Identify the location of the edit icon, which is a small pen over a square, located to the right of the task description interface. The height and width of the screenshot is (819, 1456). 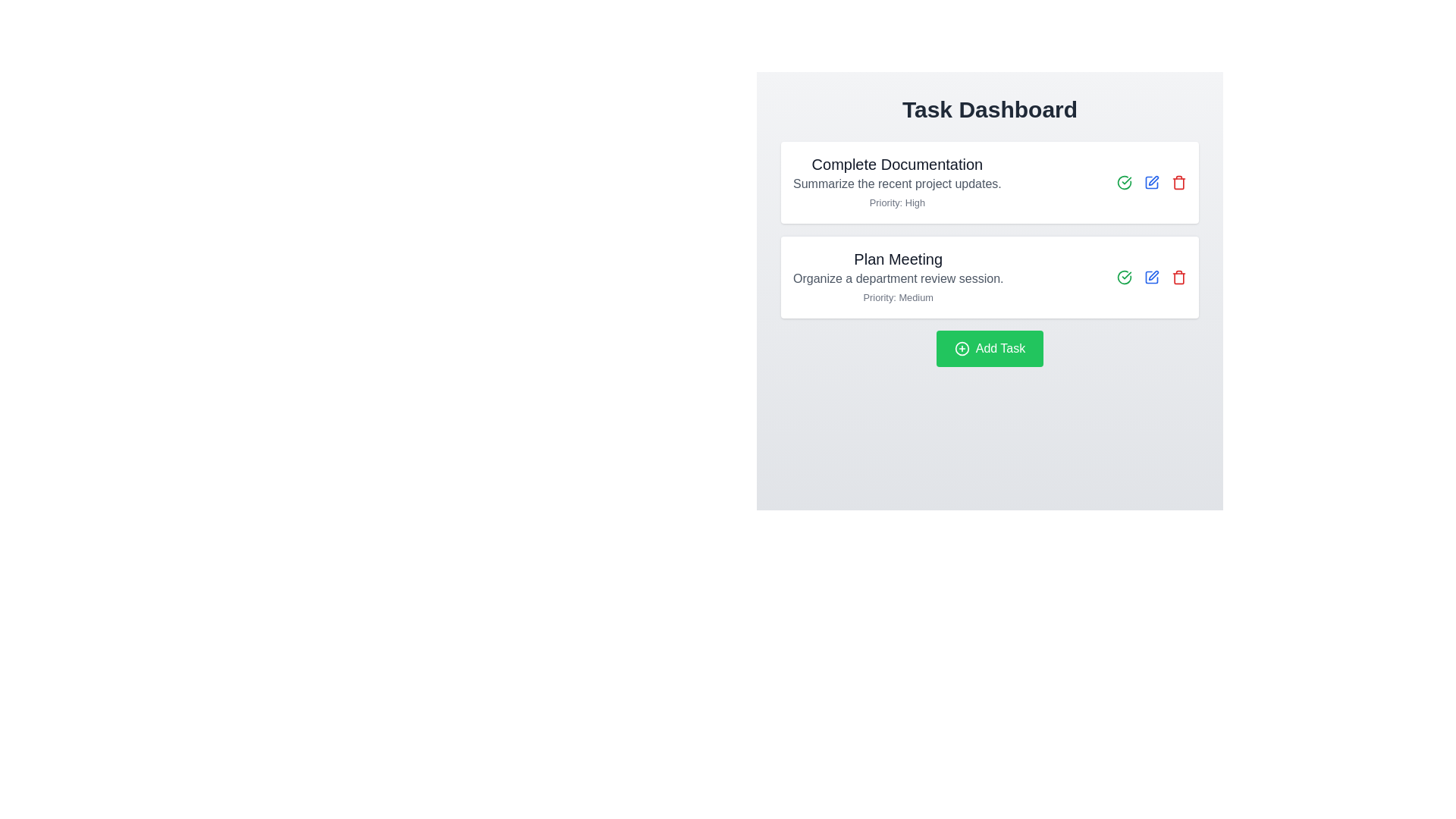
(1153, 180).